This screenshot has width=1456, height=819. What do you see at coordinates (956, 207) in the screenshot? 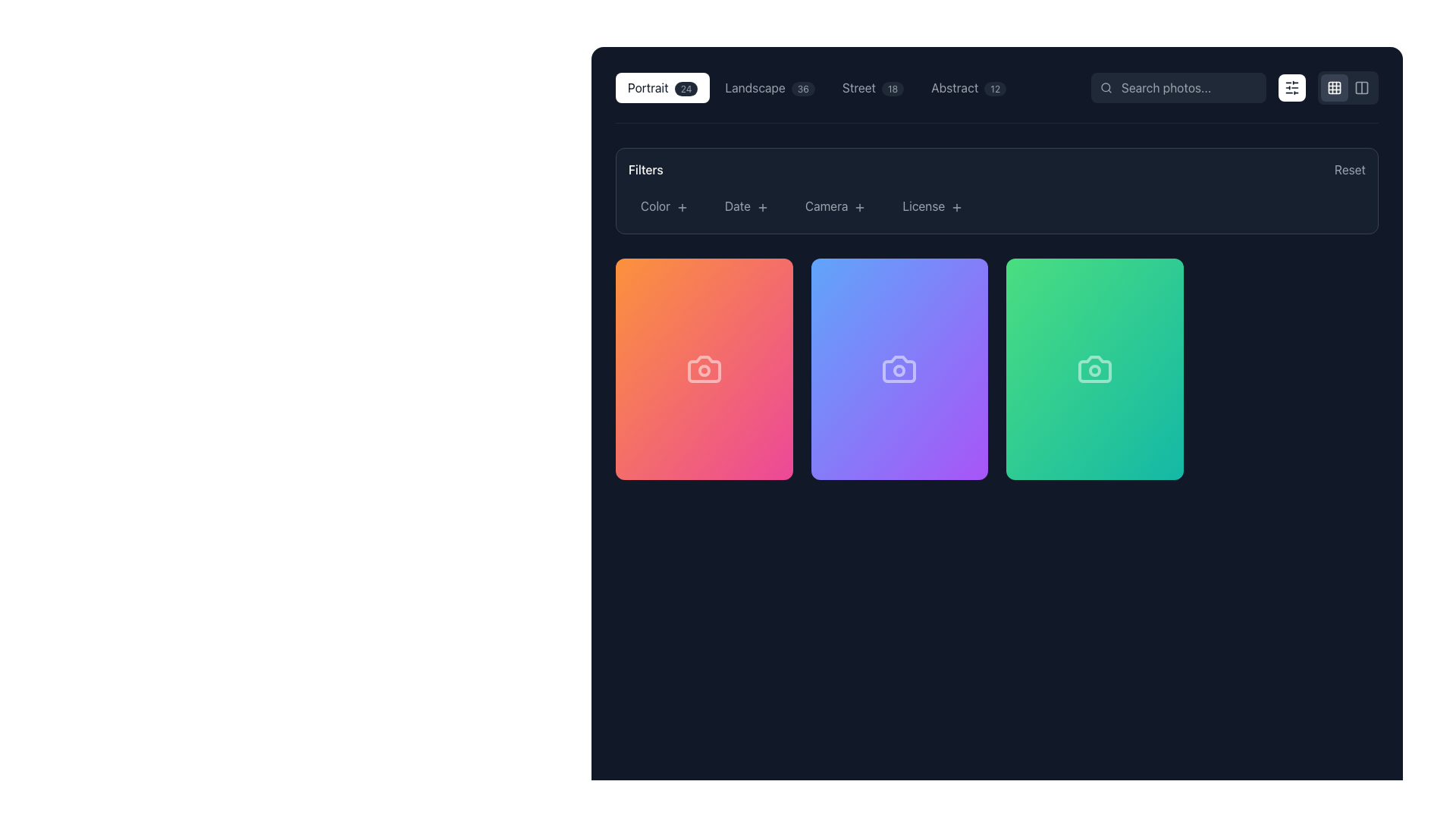
I see `the small cross-shaped icon, which is a minimalistic plus sign, located to the right of the 'License' button` at bounding box center [956, 207].